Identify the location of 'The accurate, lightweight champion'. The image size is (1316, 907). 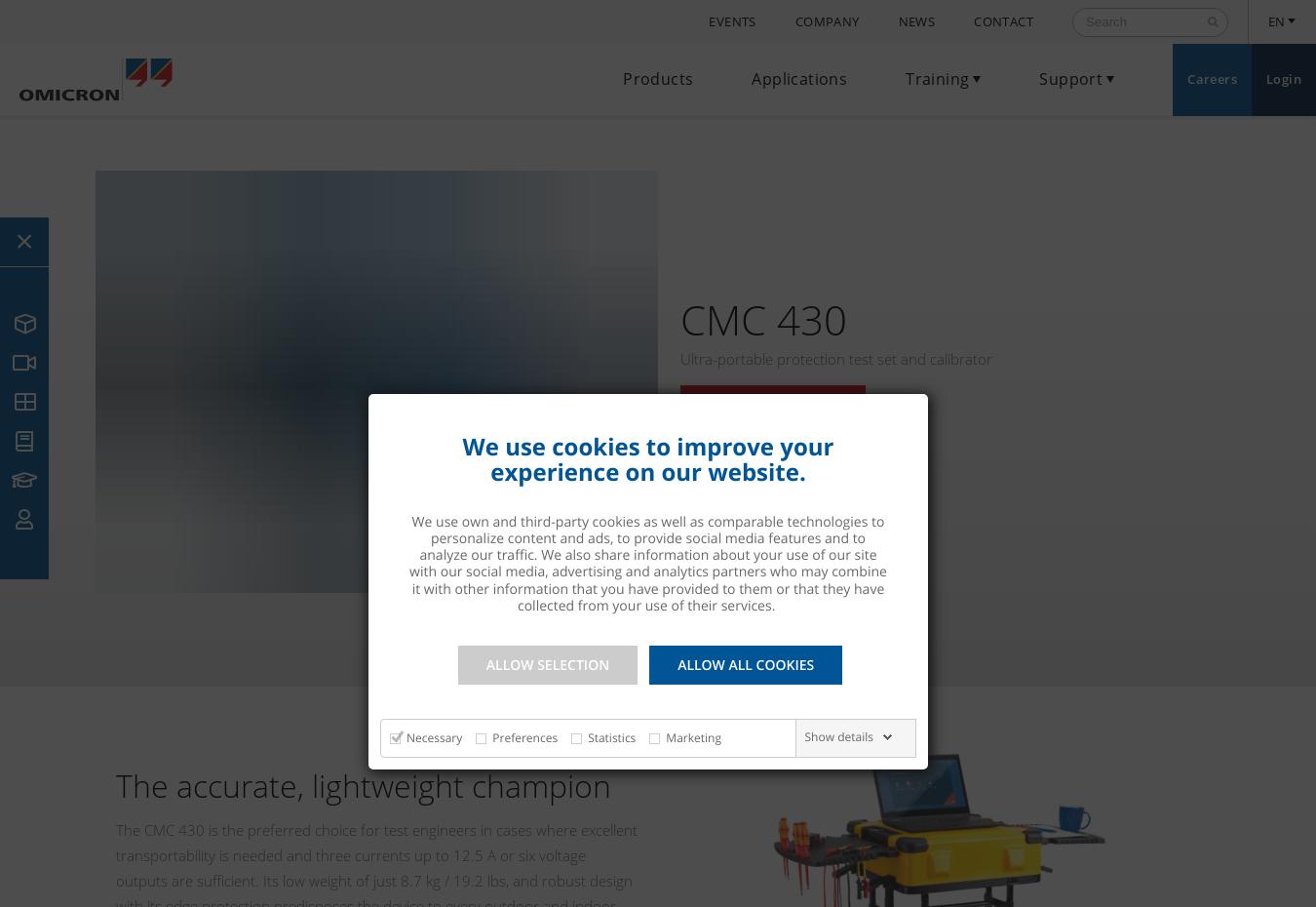
(115, 783).